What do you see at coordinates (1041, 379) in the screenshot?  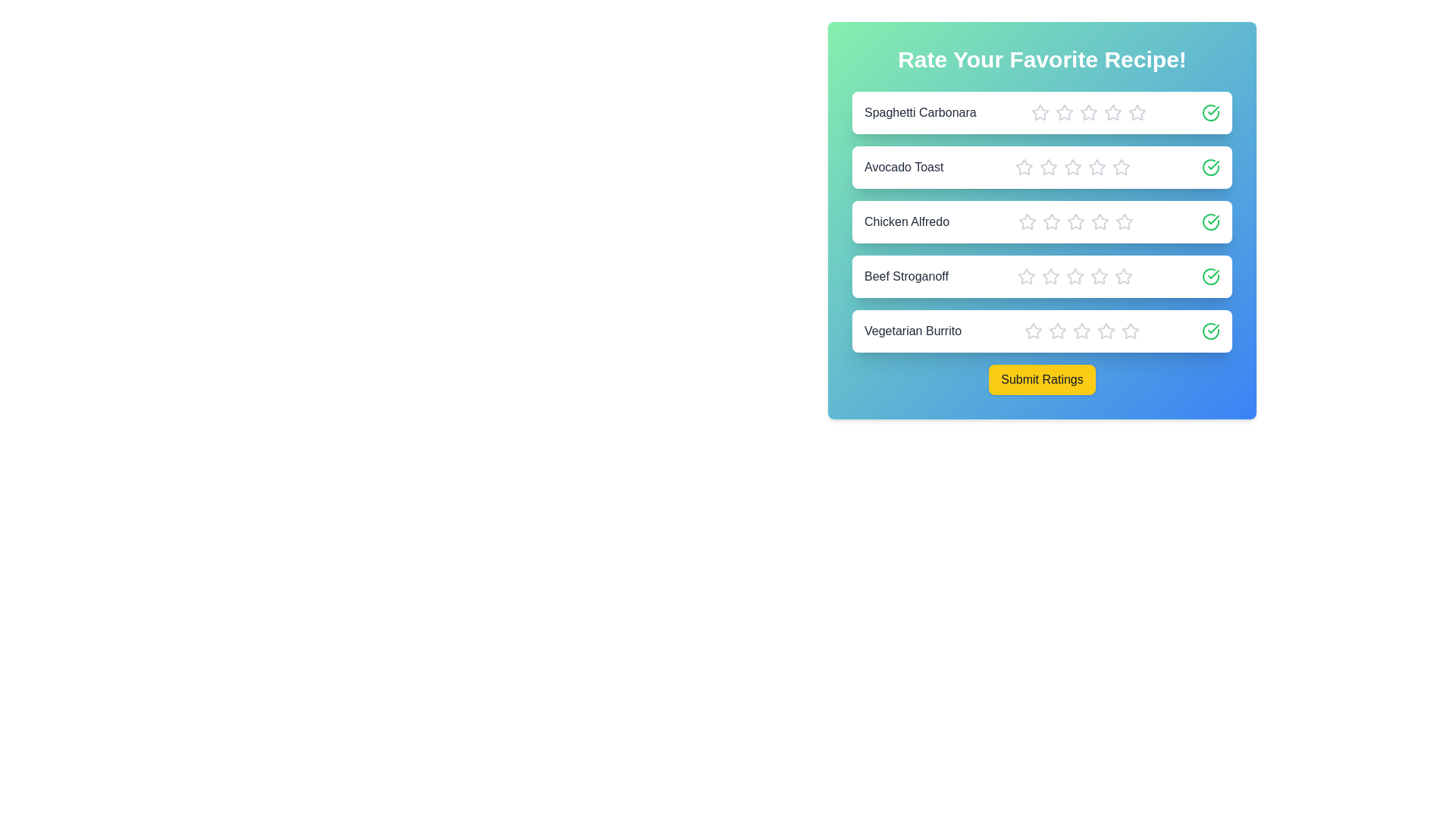 I see `'Submit Ratings' button to submit the ratings` at bounding box center [1041, 379].